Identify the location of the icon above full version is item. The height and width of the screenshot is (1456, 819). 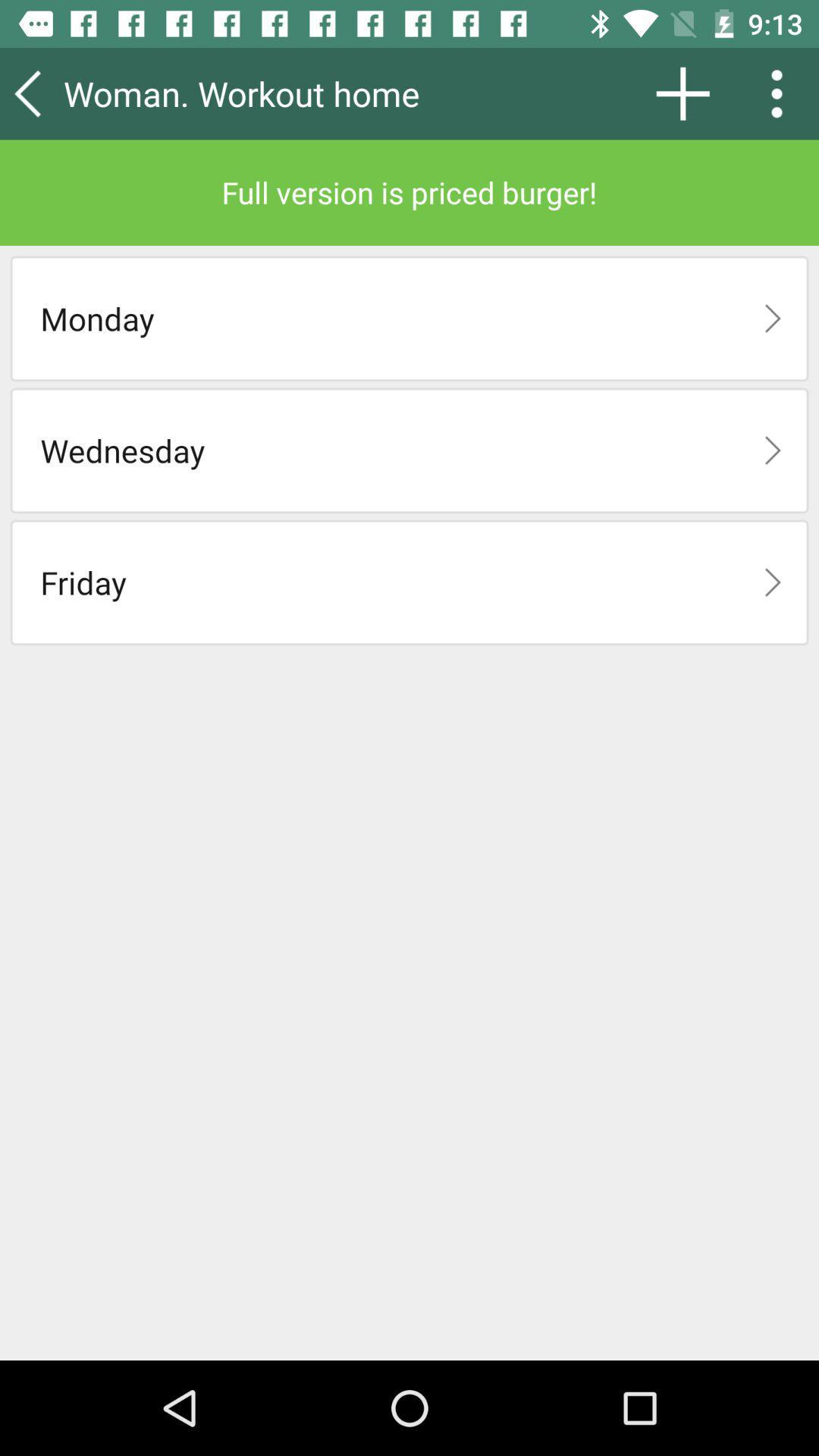
(682, 93).